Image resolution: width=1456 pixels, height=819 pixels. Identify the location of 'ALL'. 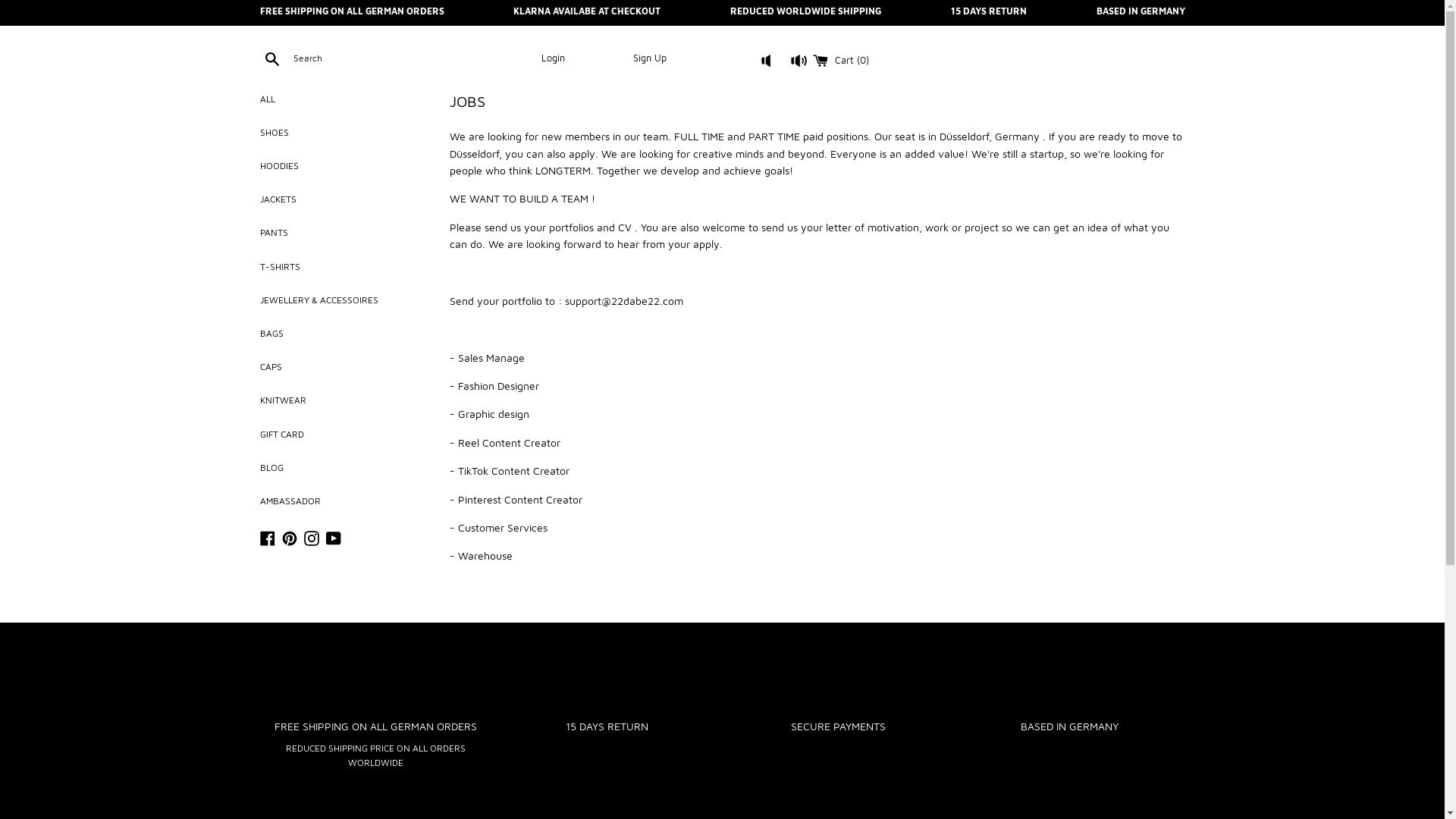
(341, 99).